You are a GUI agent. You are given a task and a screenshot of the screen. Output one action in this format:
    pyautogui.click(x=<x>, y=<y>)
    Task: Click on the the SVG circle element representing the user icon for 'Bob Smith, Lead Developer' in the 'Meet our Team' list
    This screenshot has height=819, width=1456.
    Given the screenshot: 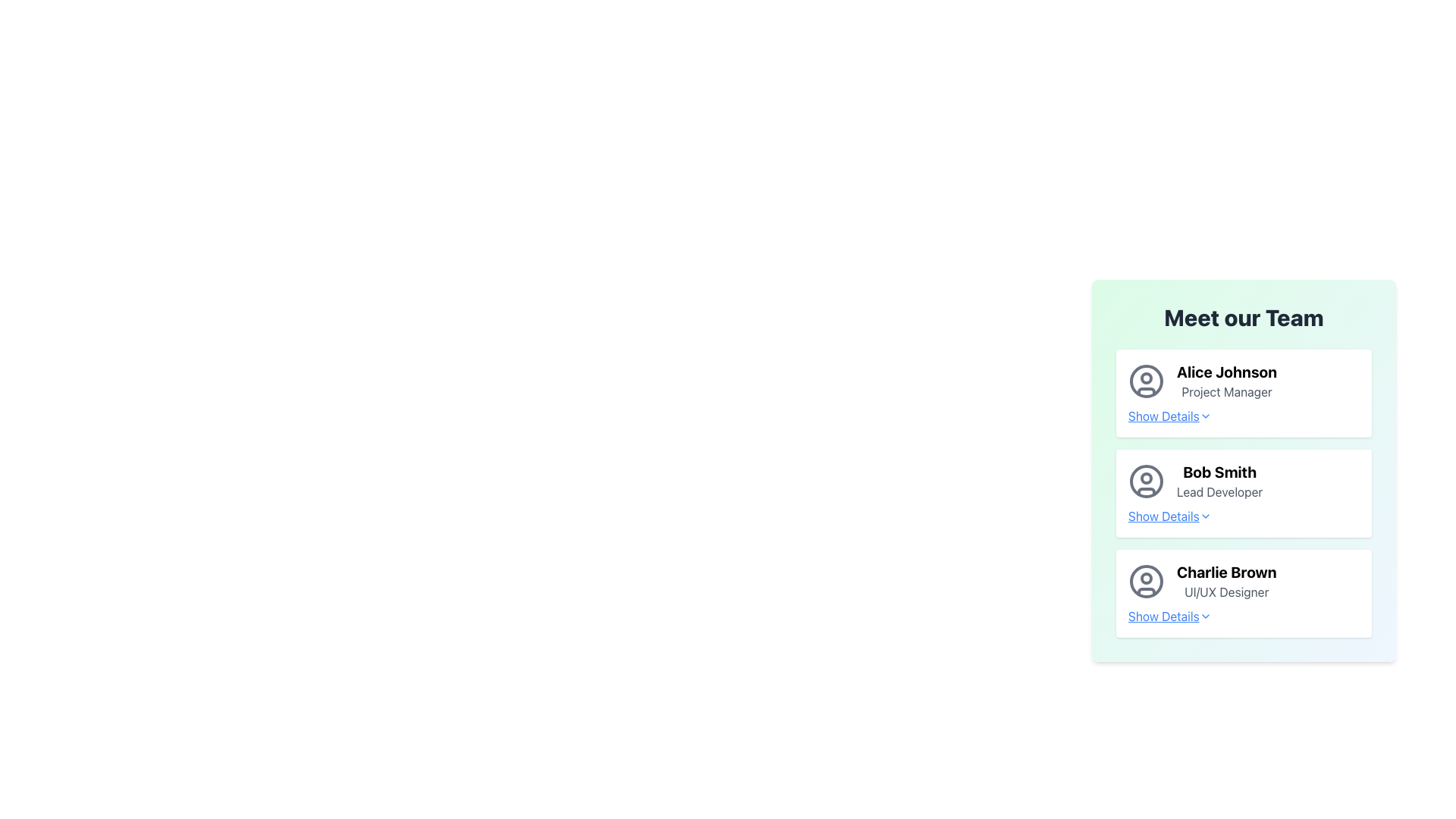 What is the action you would take?
    pyautogui.click(x=1147, y=482)
    